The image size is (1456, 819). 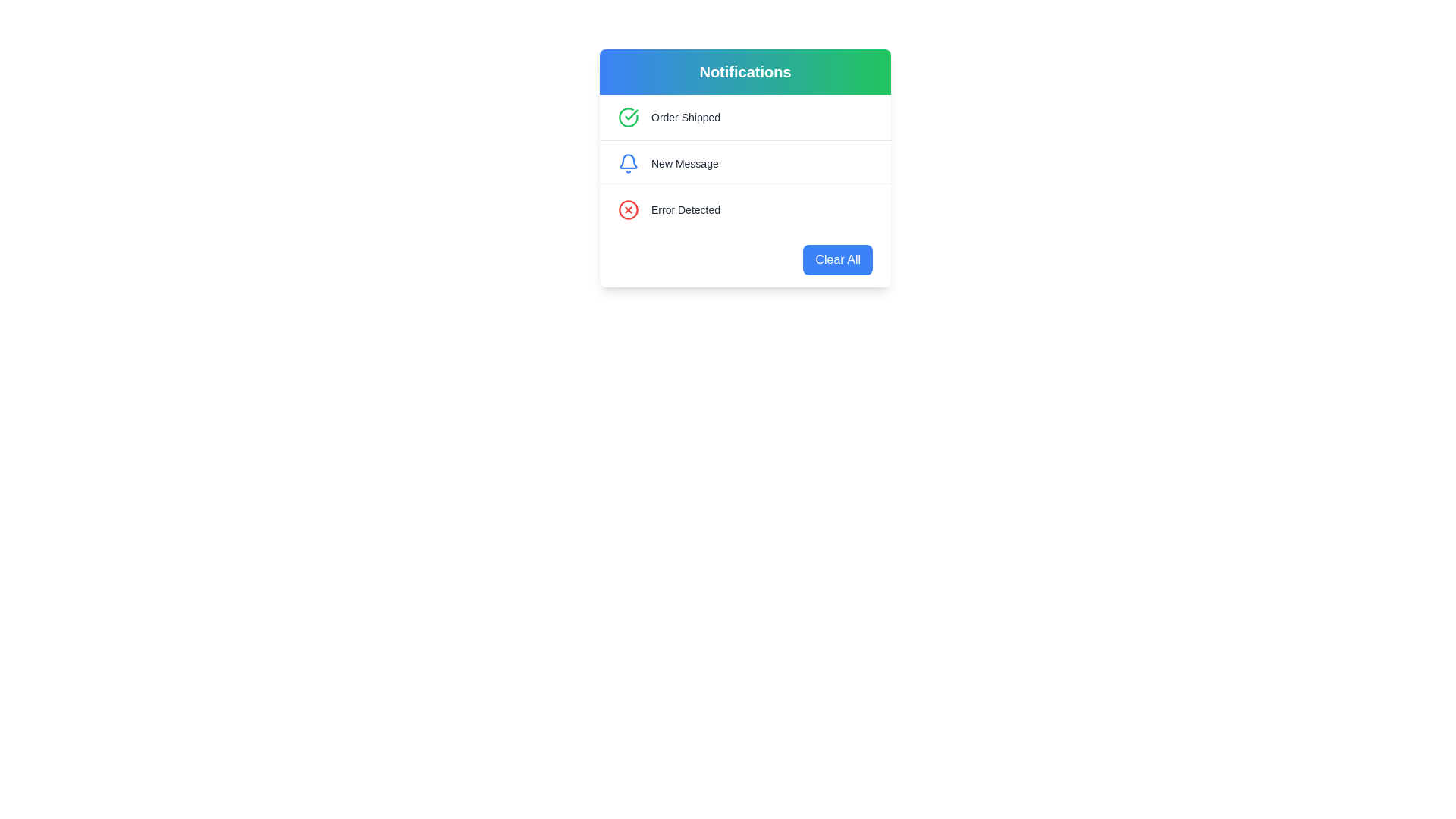 I want to click on the descriptive text label in the notifications list that indicates the status of an order, positioned to the right of the green checkmark icon, so click(x=685, y=116).